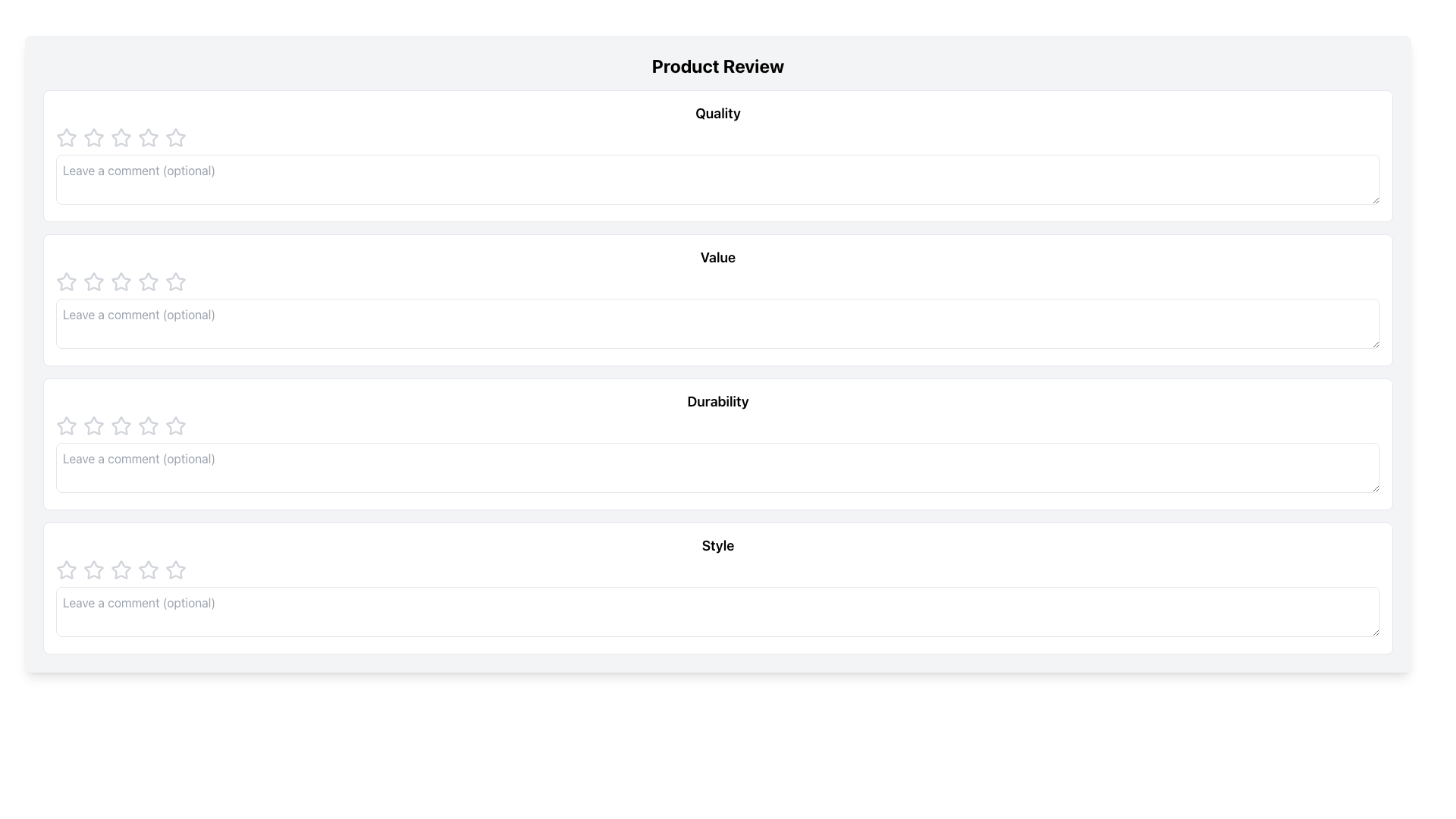 The height and width of the screenshot is (819, 1456). I want to click on the second star in the horizontal row of five stars in the 'Value' section of the Product Review interface for keyboard selection, so click(149, 281).